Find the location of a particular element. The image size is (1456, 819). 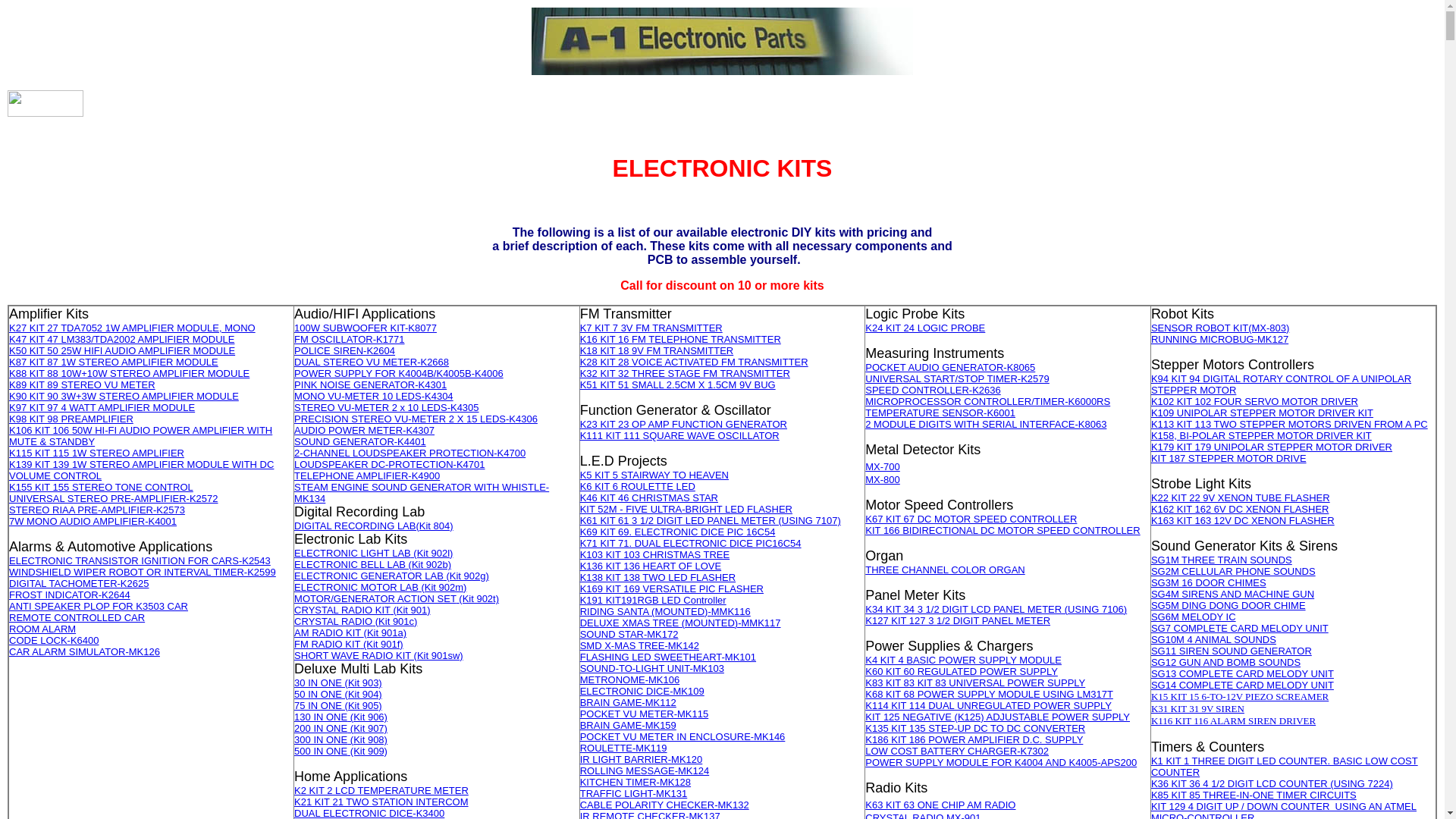

'UNIVERSAL STEREO PRE-AMPLIFIER-K2572' is located at coordinates (112, 498).